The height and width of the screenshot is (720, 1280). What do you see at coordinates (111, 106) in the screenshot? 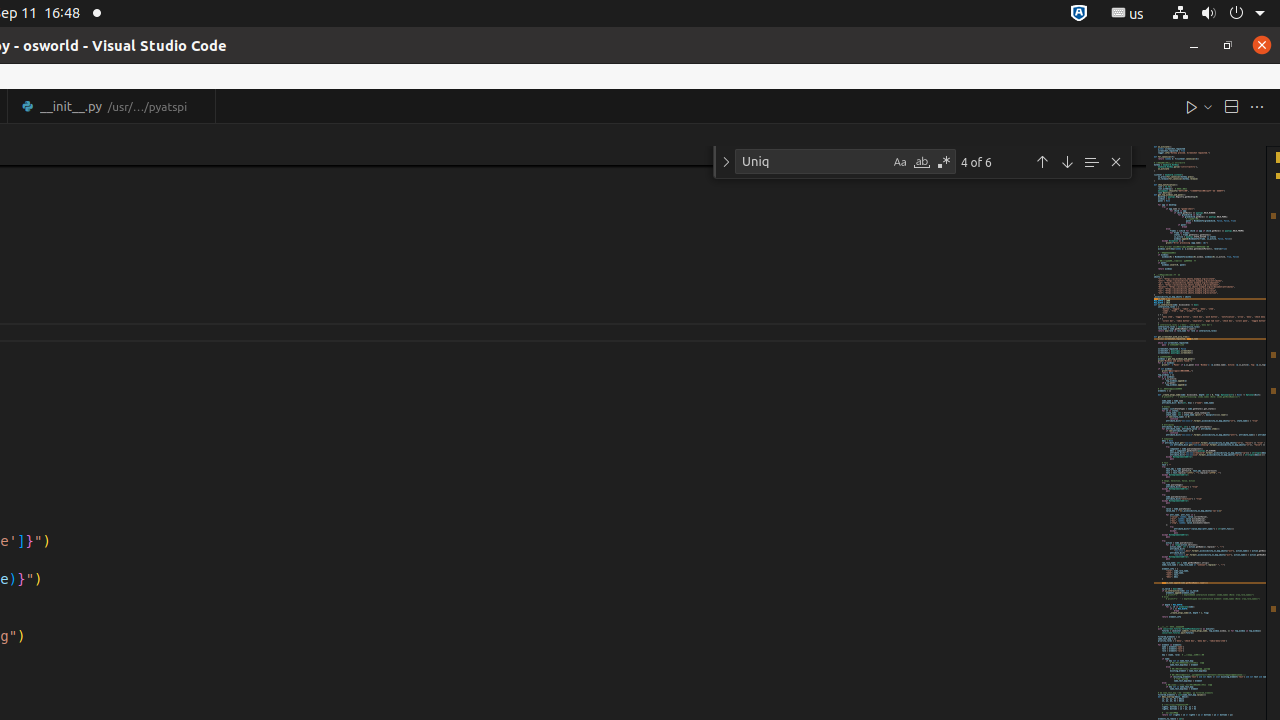
I see `'__init__.py'` at bounding box center [111, 106].